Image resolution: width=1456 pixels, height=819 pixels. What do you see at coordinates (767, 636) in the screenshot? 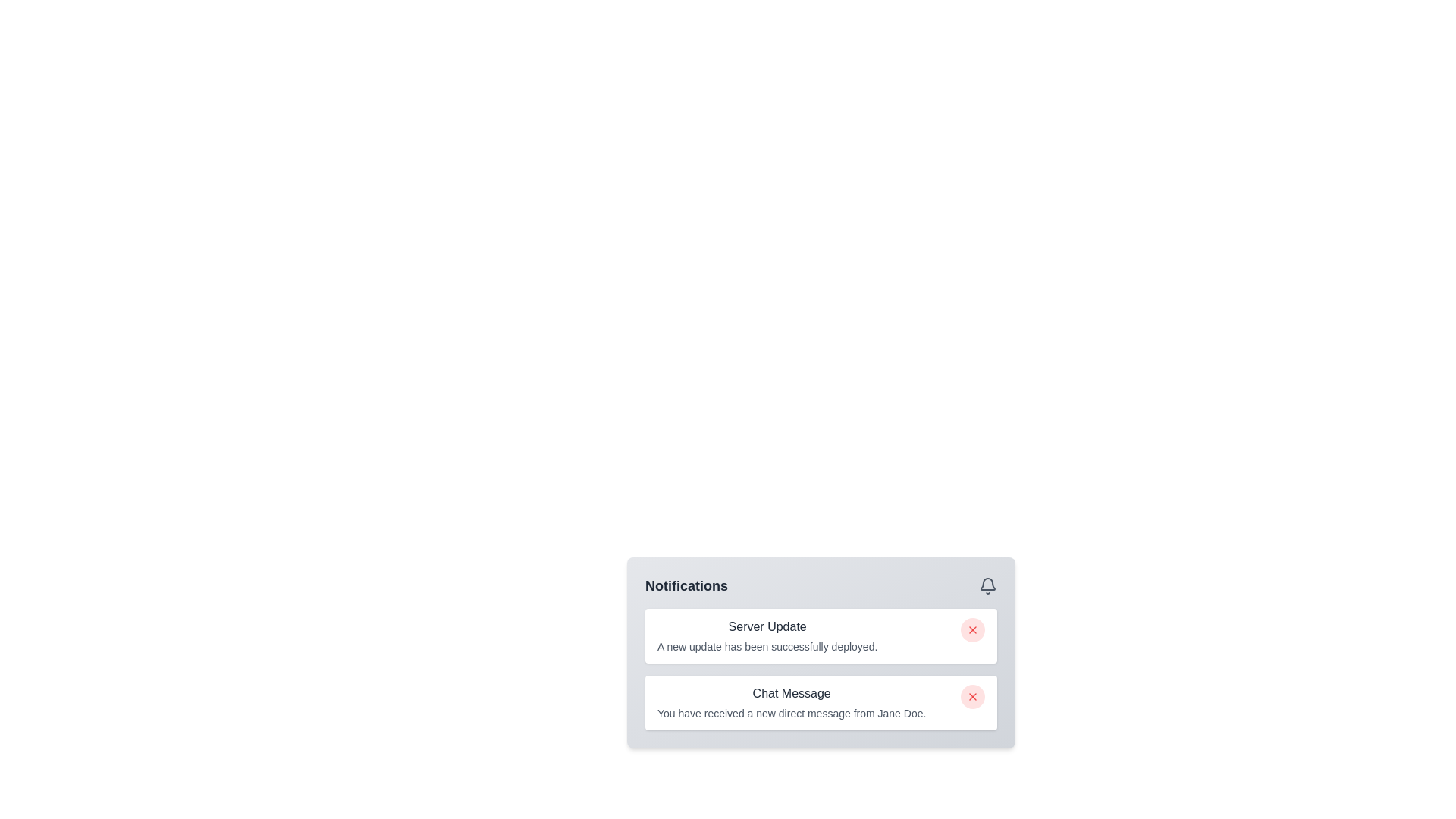
I see `text displayed in the first notification card under the 'Notifications' heading, which provides information about a recent server update` at bounding box center [767, 636].